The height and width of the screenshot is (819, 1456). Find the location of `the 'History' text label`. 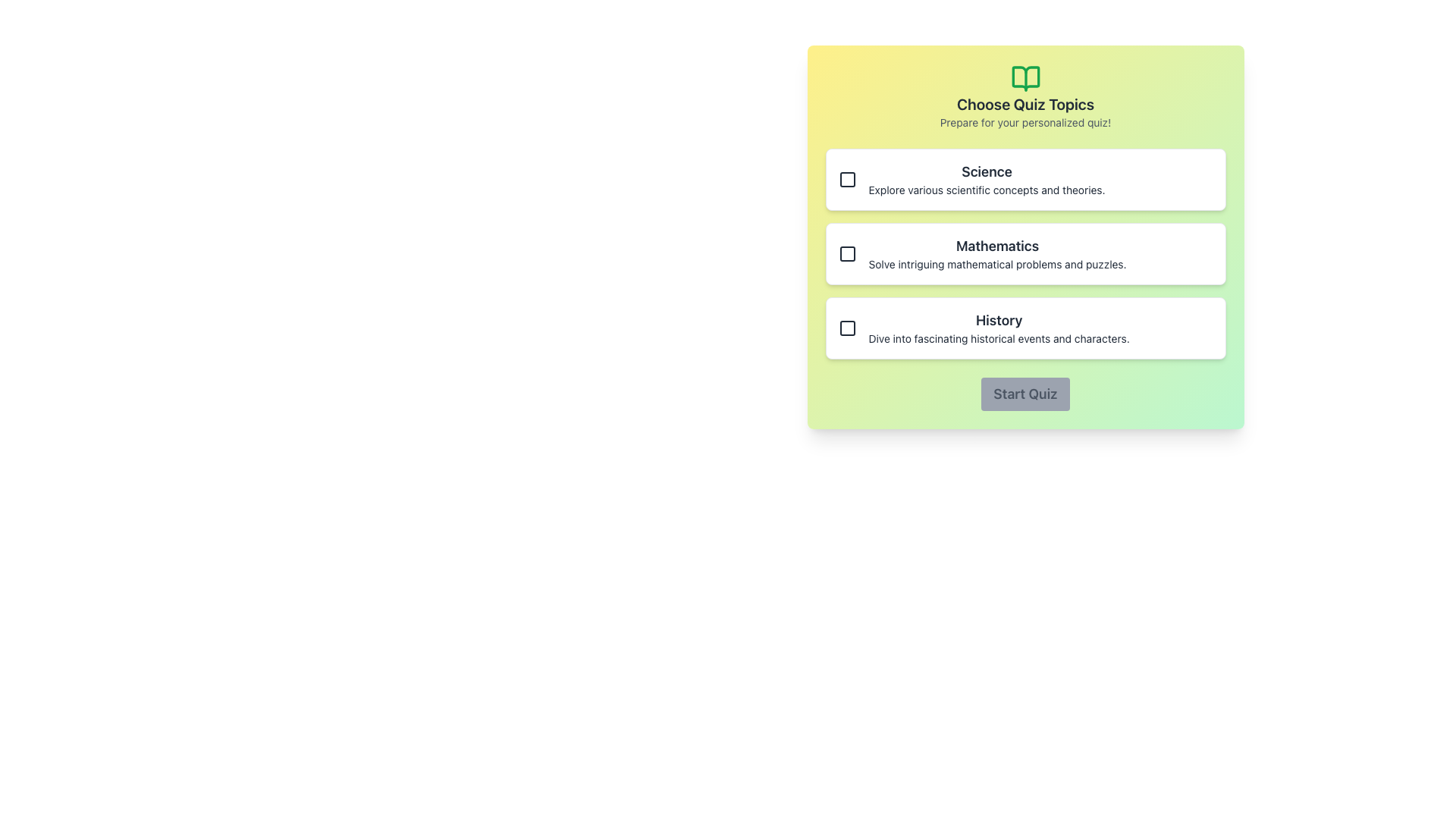

the 'History' text label is located at coordinates (999, 320).